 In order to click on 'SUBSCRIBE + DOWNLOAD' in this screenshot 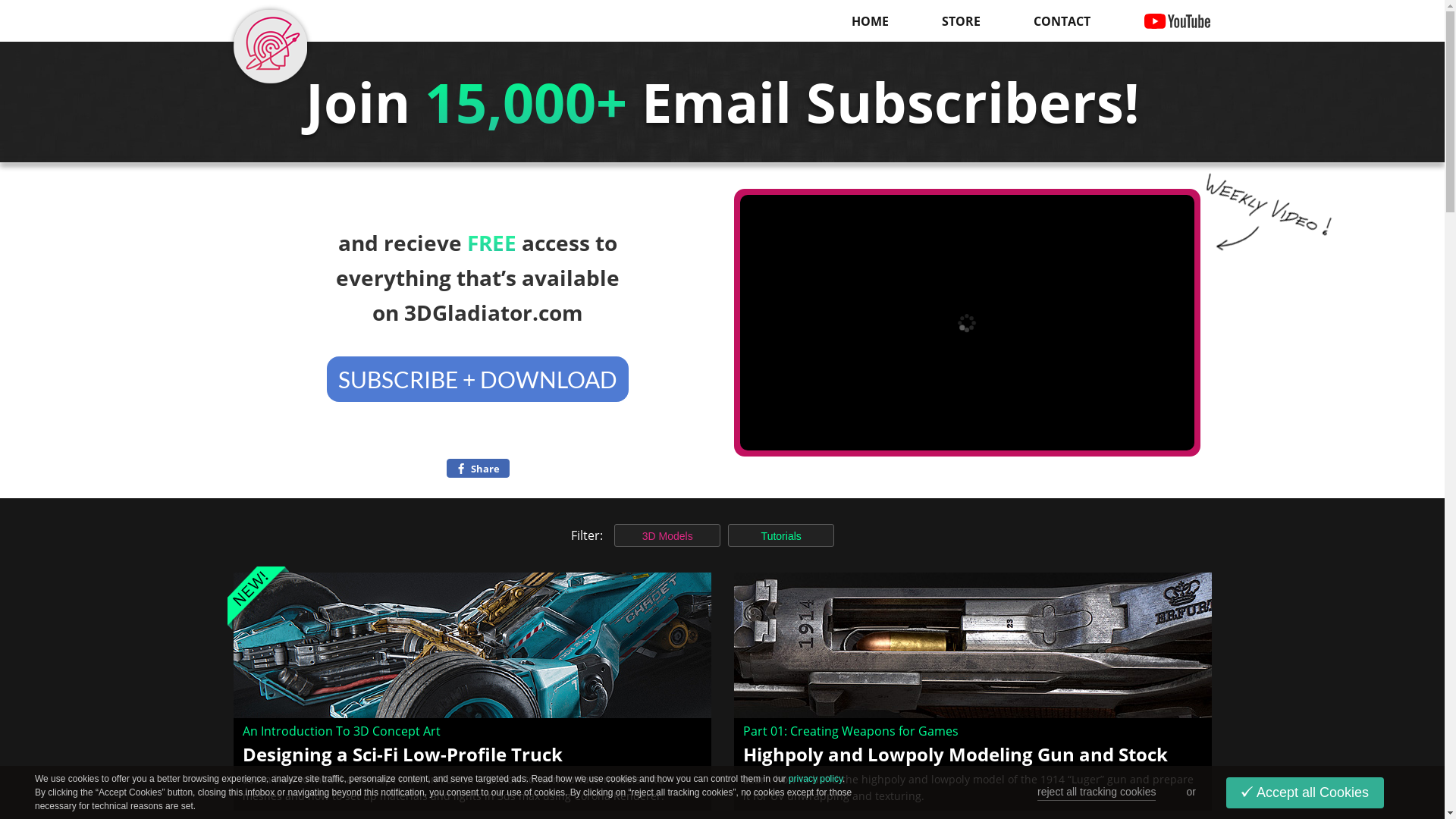, I will do `click(476, 378)`.